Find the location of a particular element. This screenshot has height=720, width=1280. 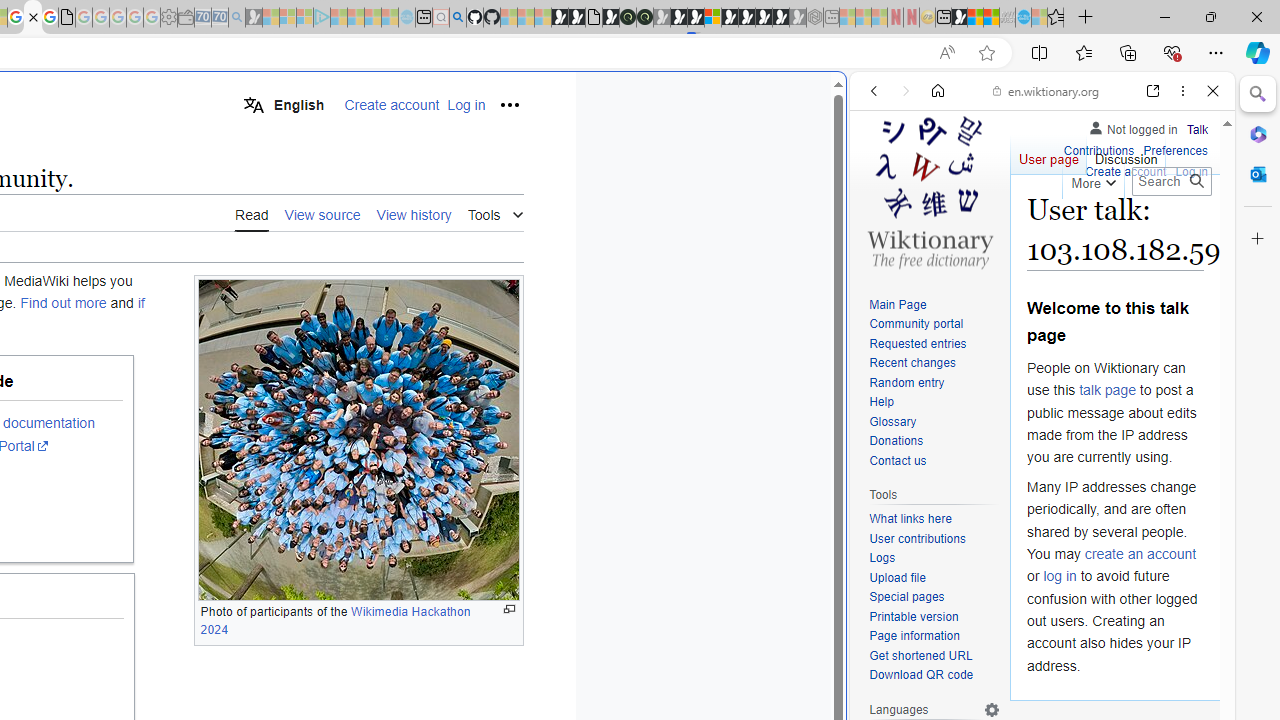

'Services - Maintenance | Sky Blue Bikes - Sky Blue Bikes' is located at coordinates (1023, 17).